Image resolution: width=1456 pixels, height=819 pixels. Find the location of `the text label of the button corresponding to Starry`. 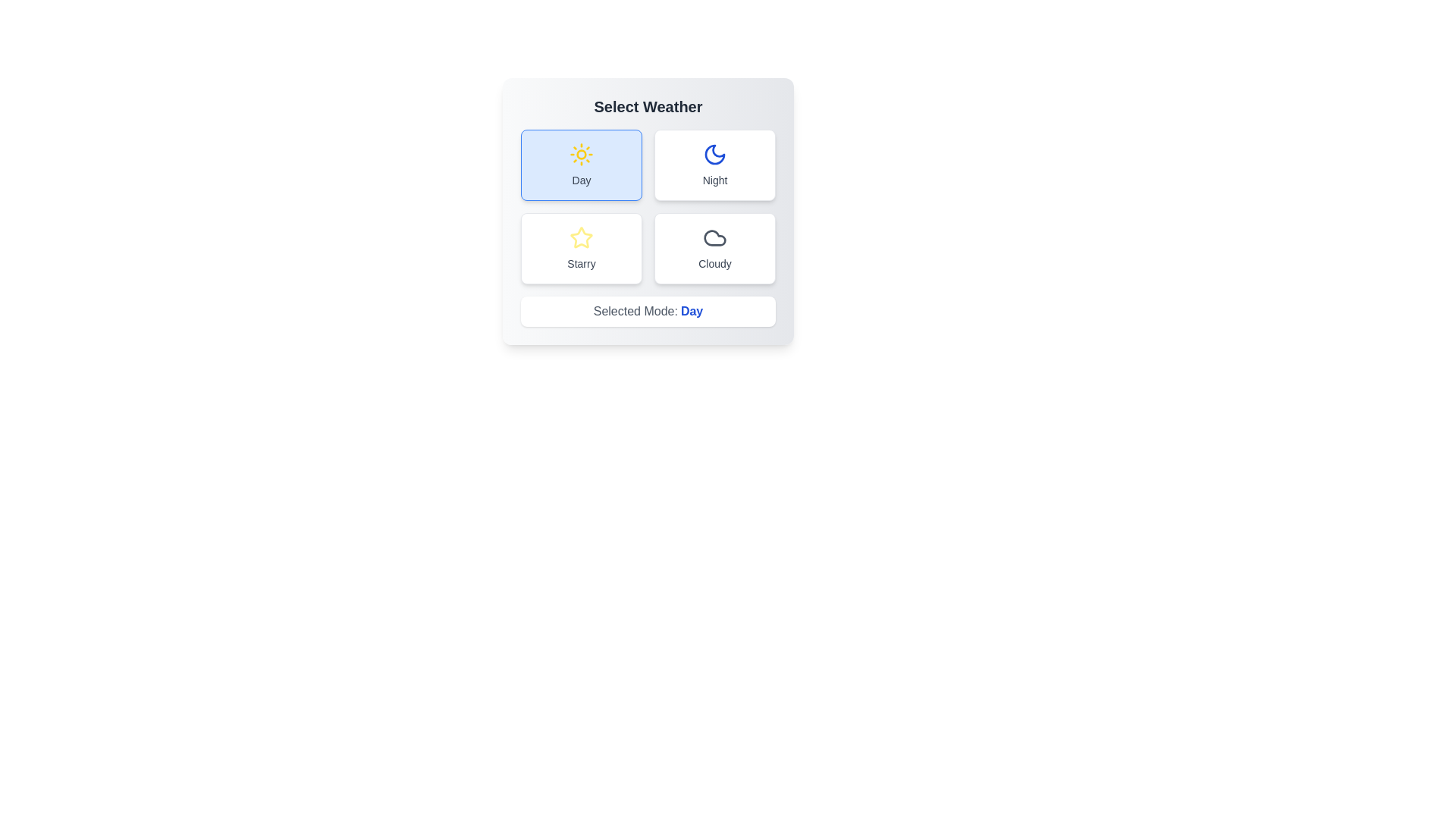

the text label of the button corresponding to Starry is located at coordinates (581, 262).